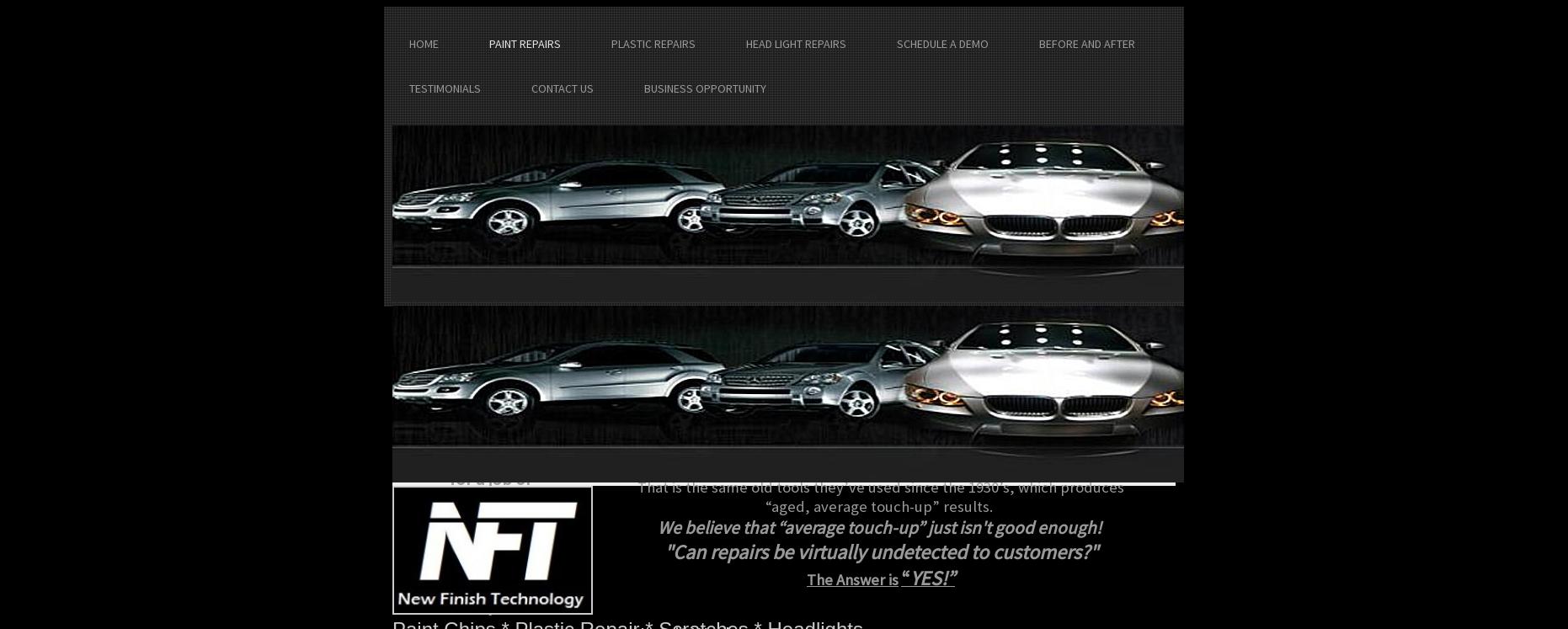 This screenshot has height=629, width=1568. I want to click on 'Email:', so click(423, 406).